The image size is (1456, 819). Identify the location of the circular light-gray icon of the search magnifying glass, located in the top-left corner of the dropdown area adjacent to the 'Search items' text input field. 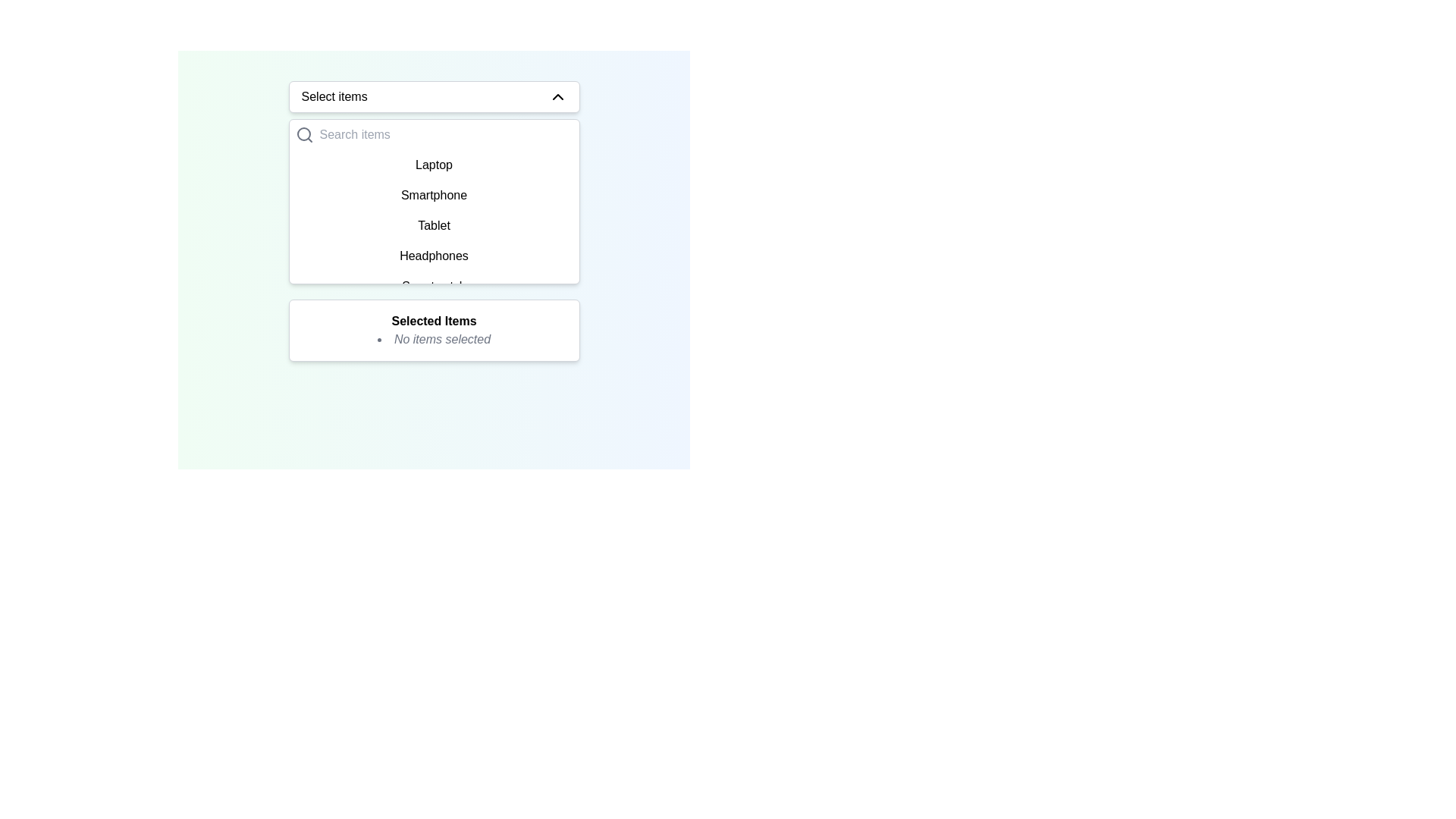
(303, 133).